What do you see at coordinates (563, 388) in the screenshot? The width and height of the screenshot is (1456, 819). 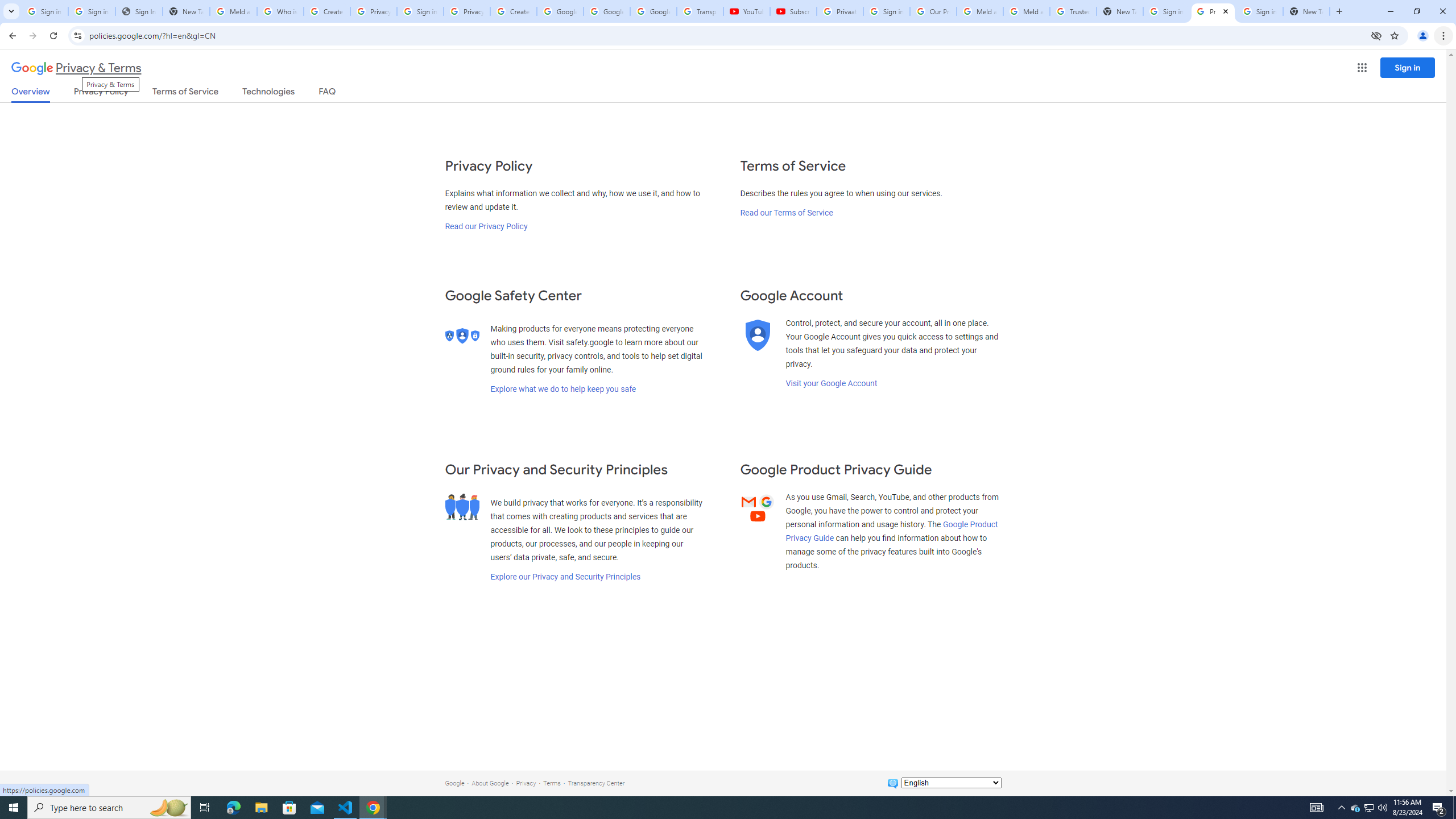 I see `'Explore what we do to help keep you safe'` at bounding box center [563, 388].